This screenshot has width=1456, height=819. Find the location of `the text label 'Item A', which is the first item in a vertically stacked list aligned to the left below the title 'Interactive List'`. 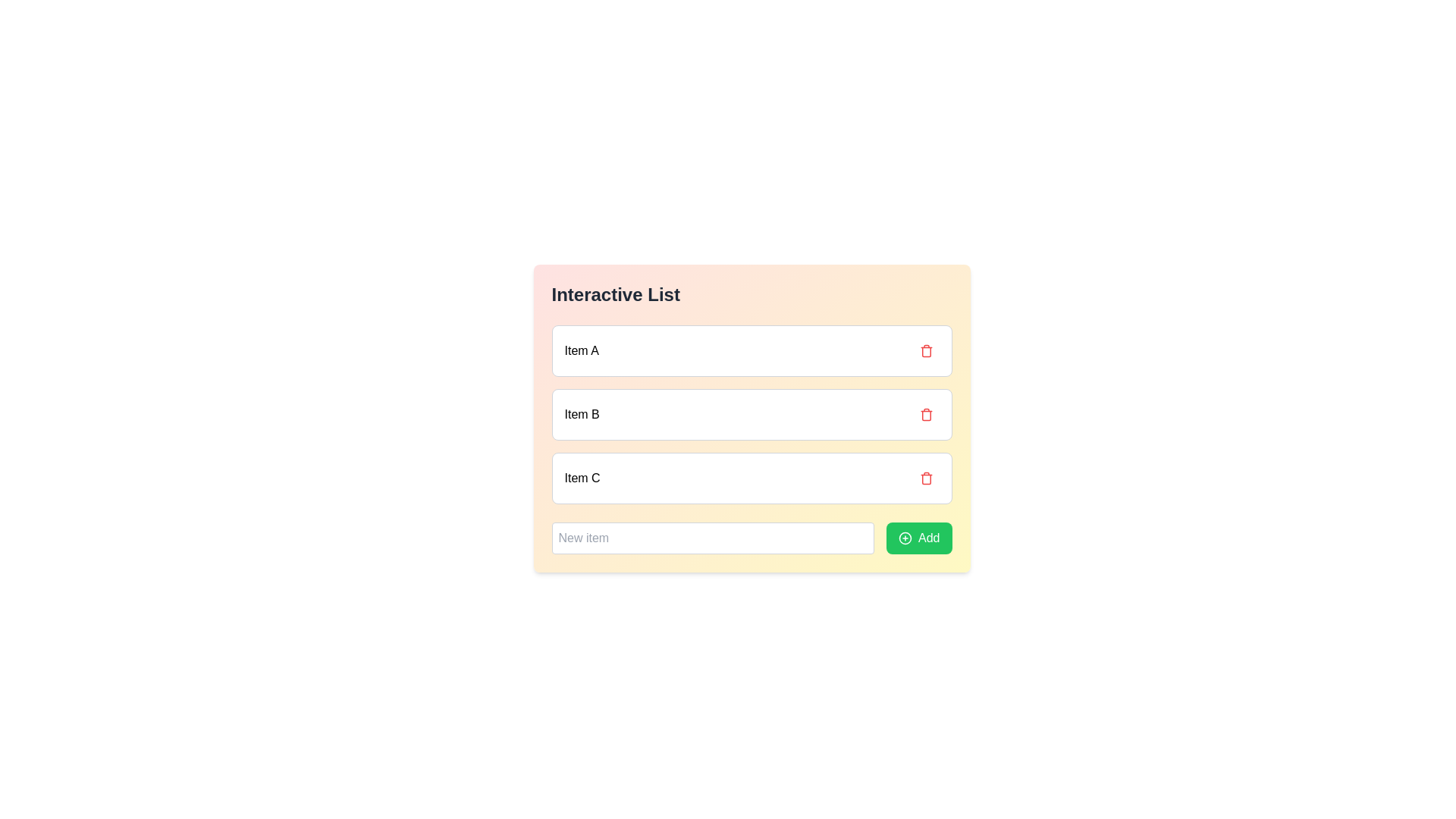

the text label 'Item A', which is the first item in a vertically stacked list aligned to the left below the title 'Interactive List' is located at coordinates (581, 350).